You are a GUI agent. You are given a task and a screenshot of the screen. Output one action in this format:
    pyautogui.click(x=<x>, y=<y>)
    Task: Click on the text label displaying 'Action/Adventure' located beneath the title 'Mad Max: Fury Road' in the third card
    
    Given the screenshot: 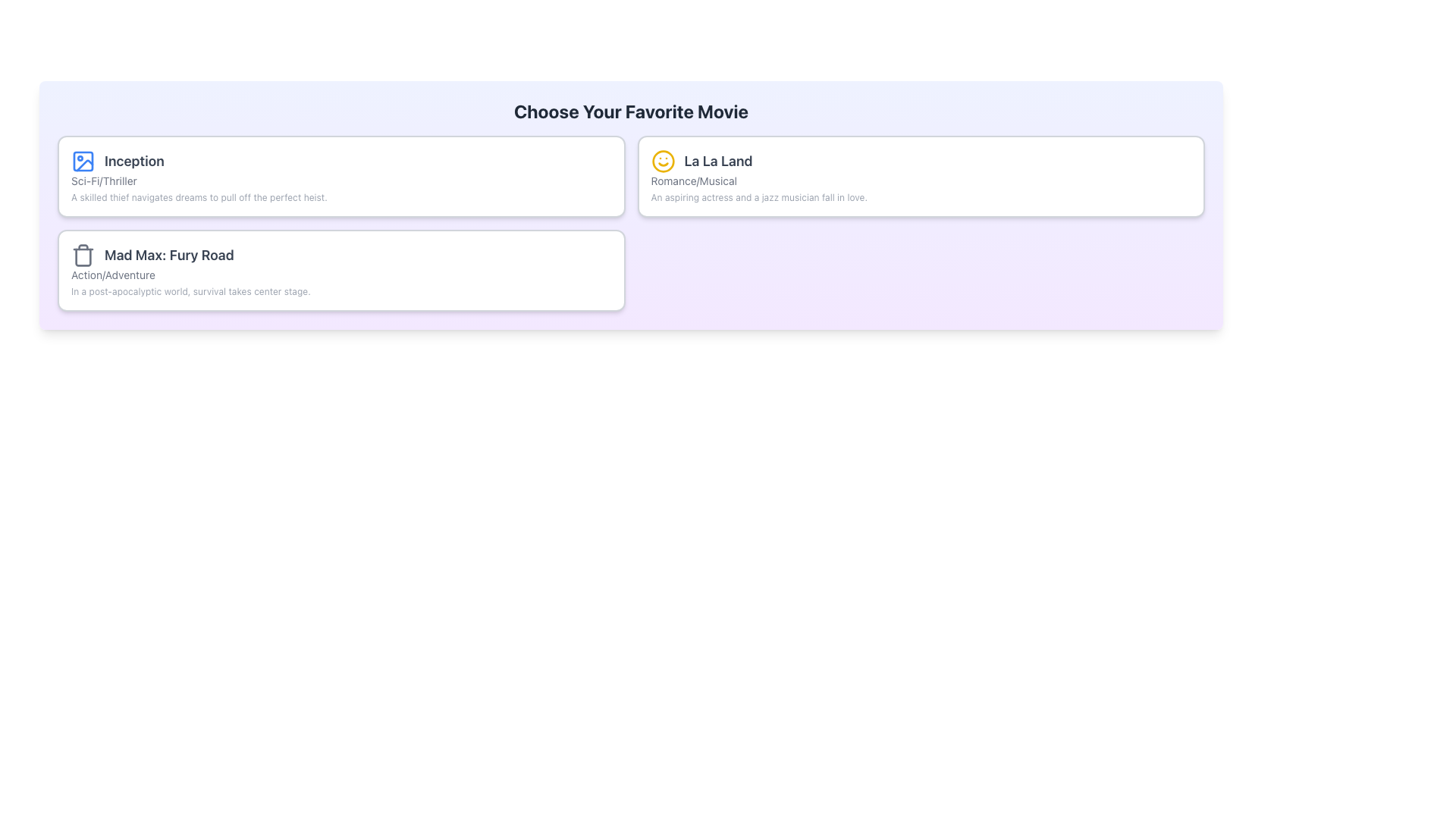 What is the action you would take?
    pyautogui.click(x=112, y=275)
    